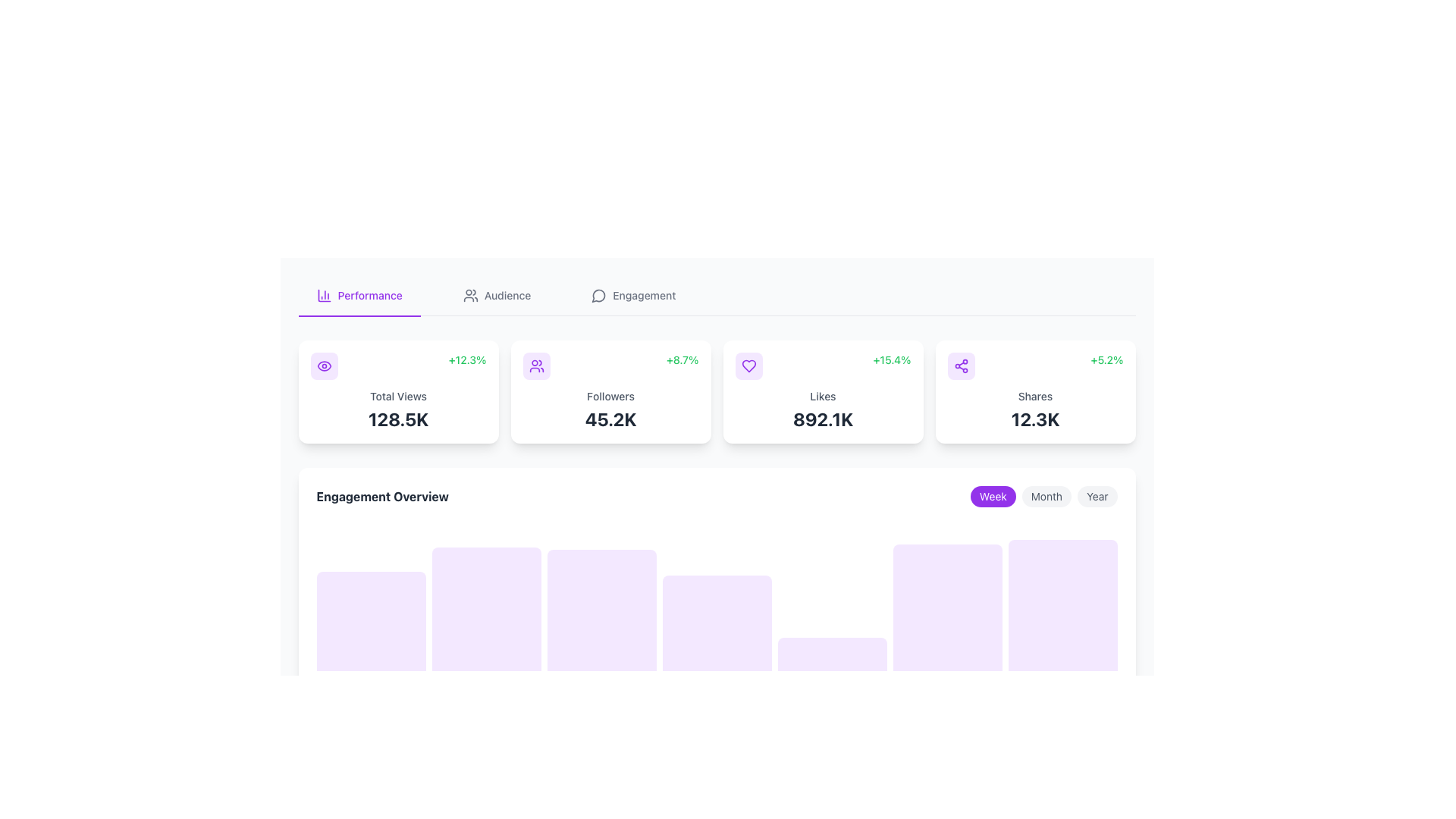  What do you see at coordinates (371, 621) in the screenshot?
I see `the first vertical bar of the bar chart styled in light purple, located below the 'Engagement Overview' title` at bounding box center [371, 621].